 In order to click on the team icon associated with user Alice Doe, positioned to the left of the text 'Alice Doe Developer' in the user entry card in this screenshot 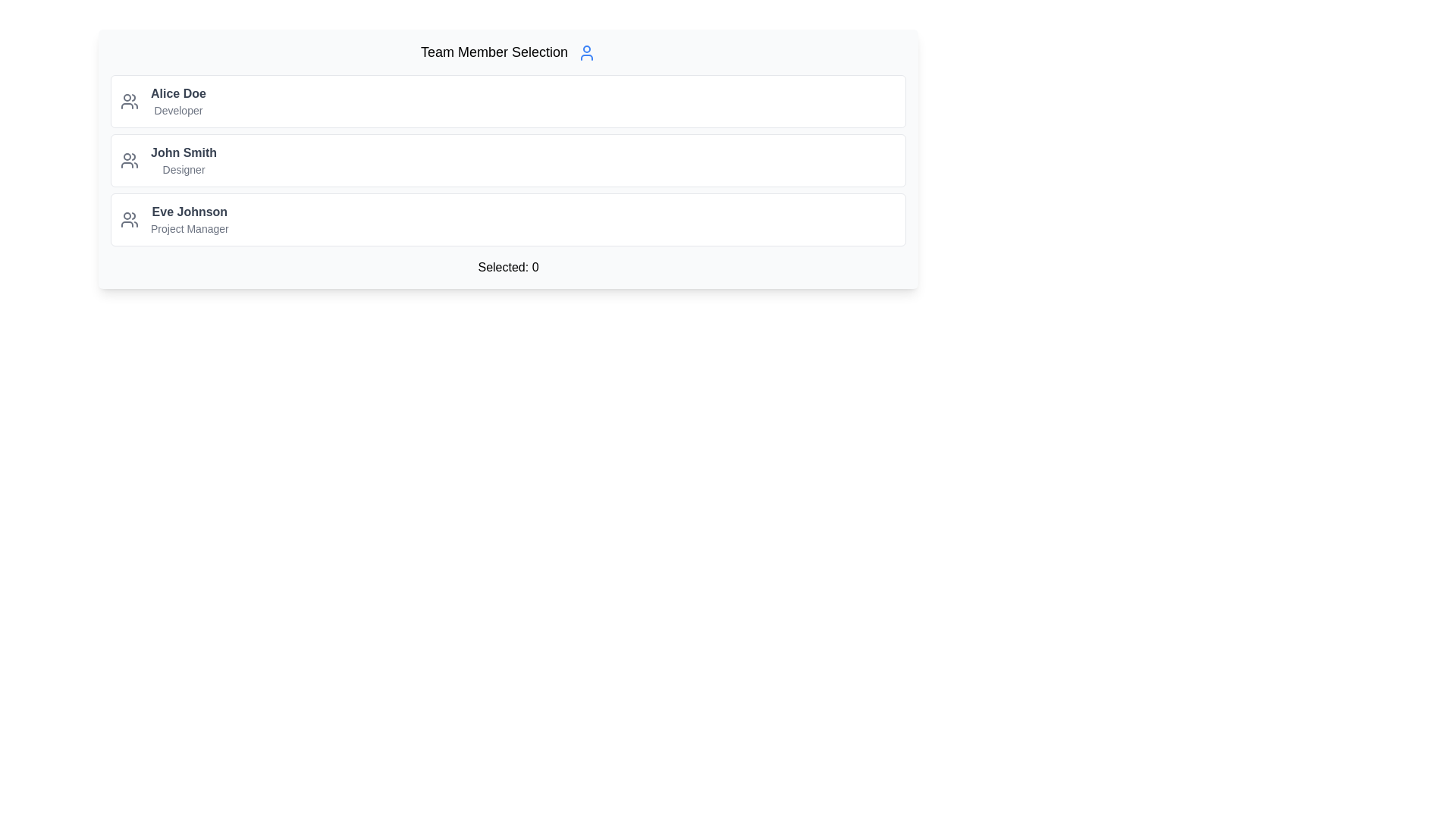, I will do `click(130, 102)`.